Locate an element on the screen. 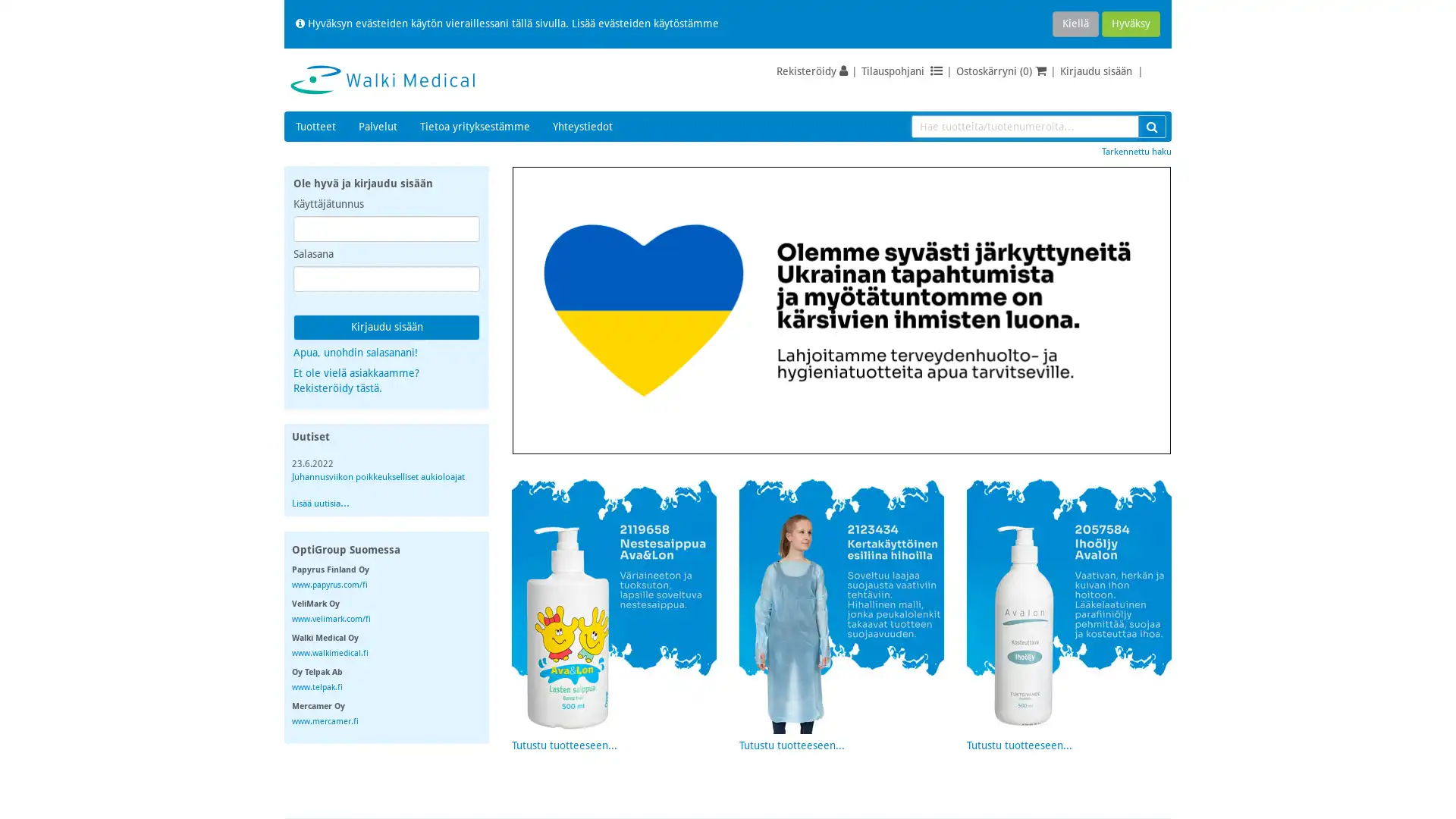 The image size is (1456, 819). Hyvaksy is located at coordinates (1131, 24).